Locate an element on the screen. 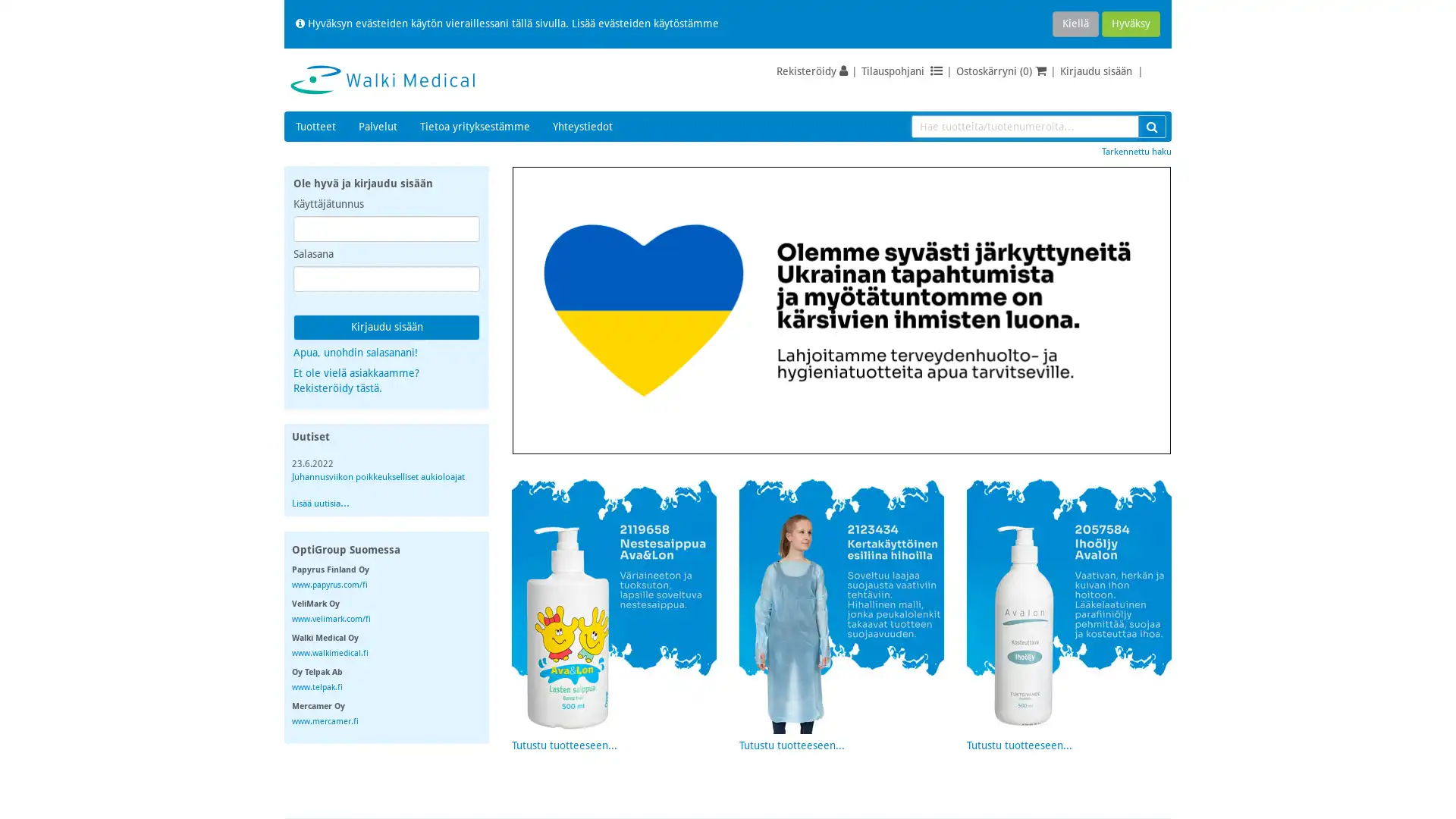 The image size is (1456, 819). Hyvaksy is located at coordinates (1131, 24).